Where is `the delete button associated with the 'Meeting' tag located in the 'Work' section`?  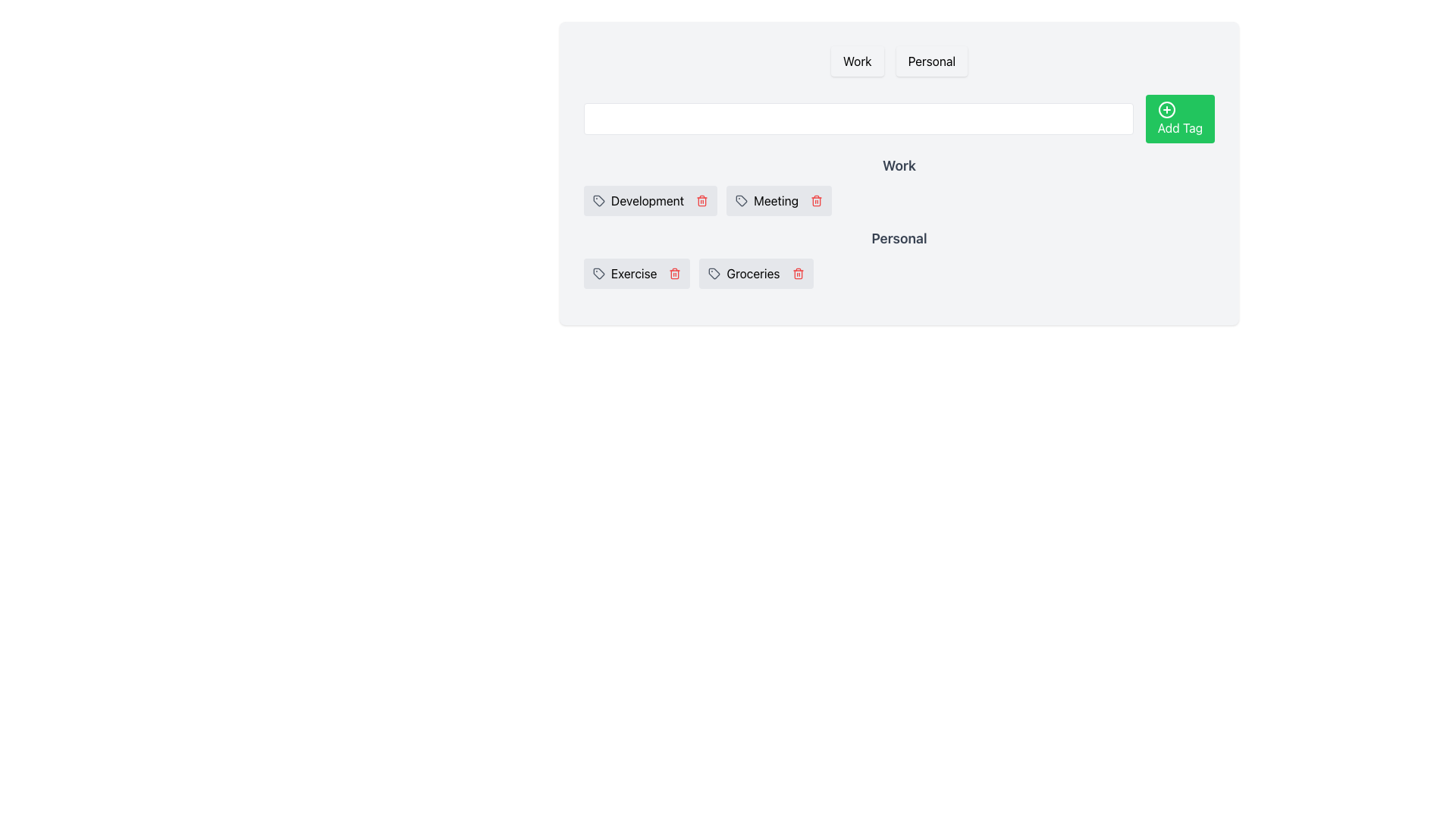 the delete button associated with the 'Meeting' tag located in the 'Work' section is located at coordinates (816, 200).